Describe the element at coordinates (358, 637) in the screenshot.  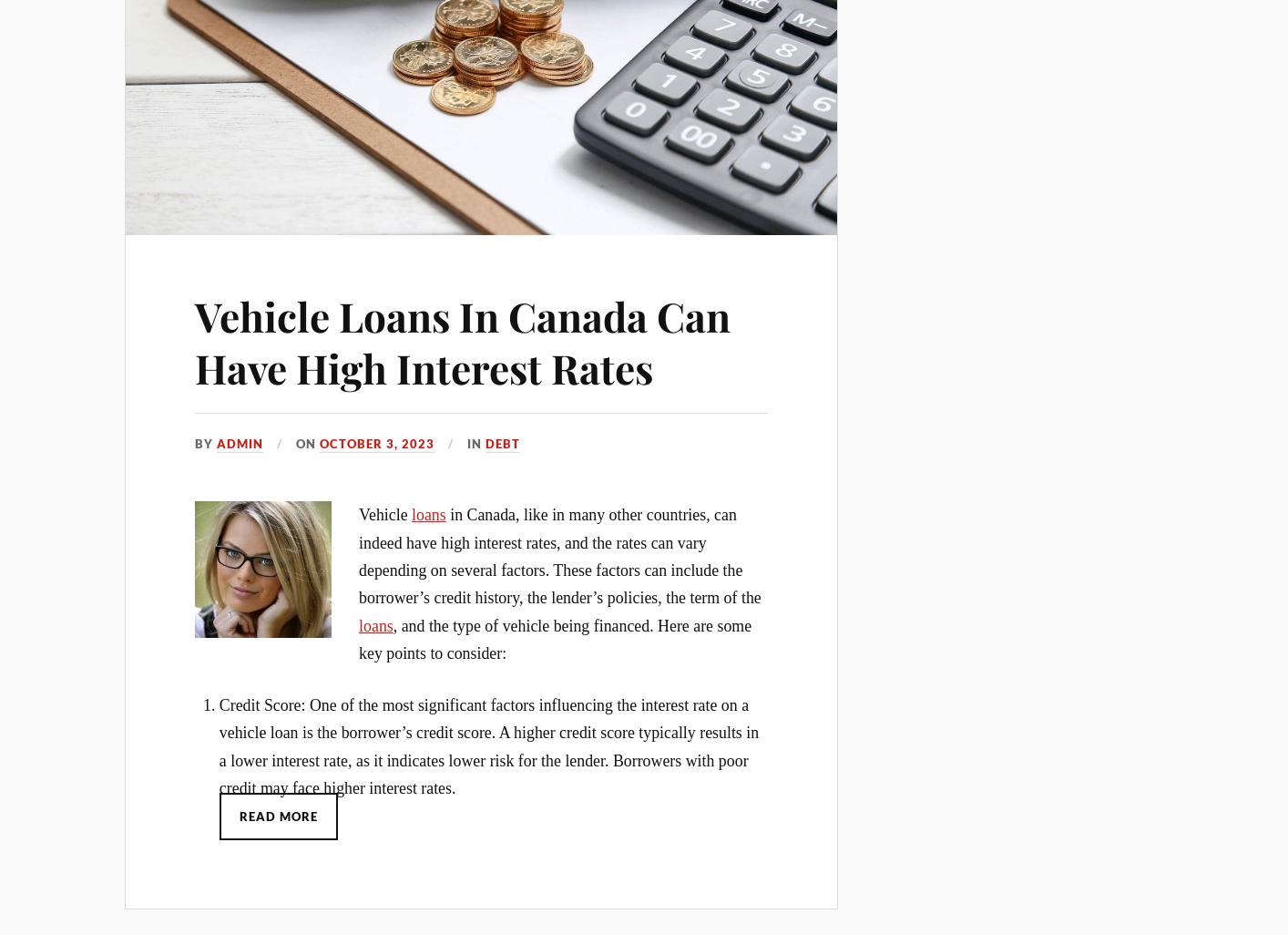
I see `', and the type of vehicle being financed. Here are some key points to consider:'` at that location.